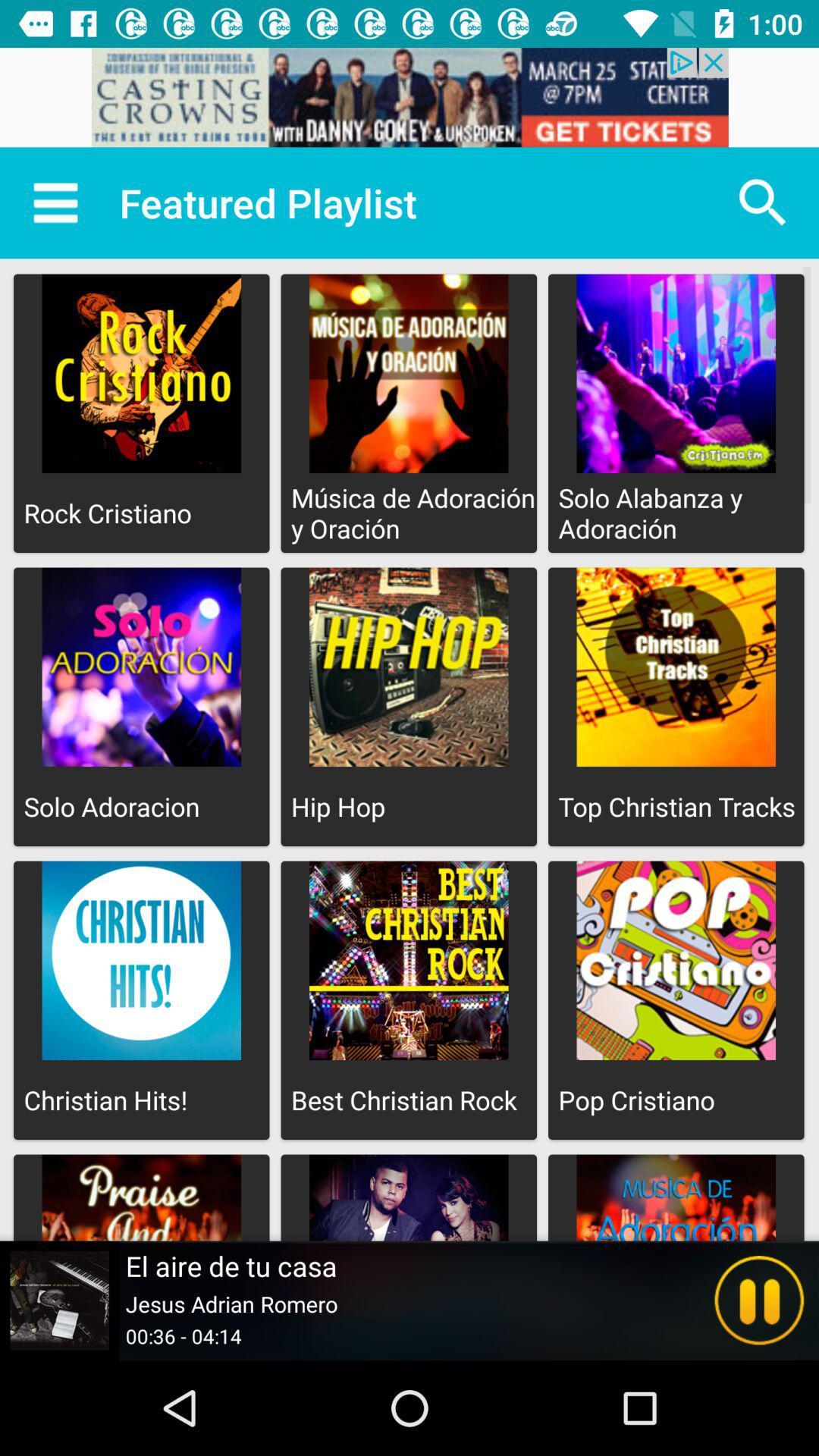  What do you see at coordinates (759, 1300) in the screenshot?
I see `the pause icon` at bounding box center [759, 1300].